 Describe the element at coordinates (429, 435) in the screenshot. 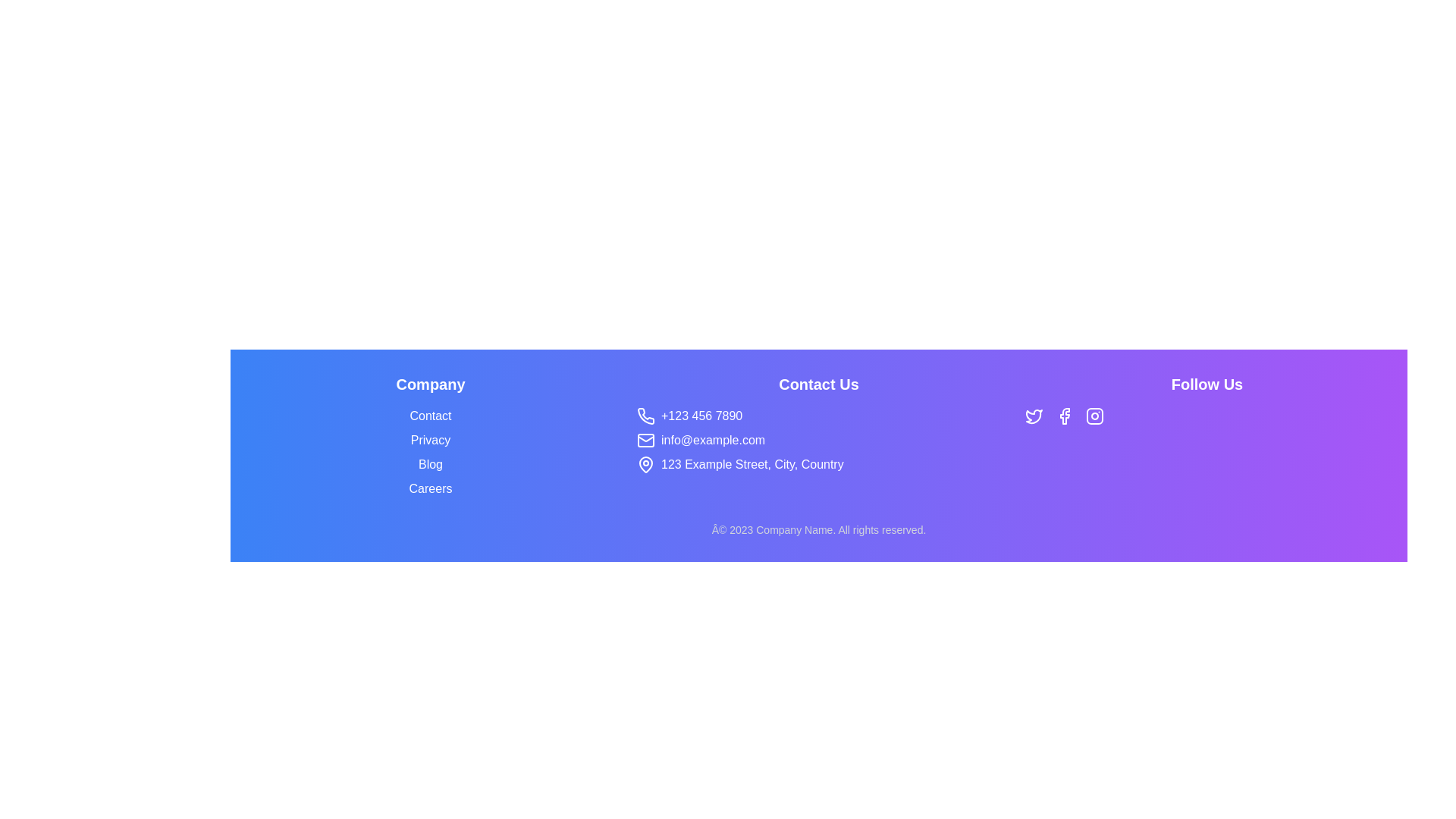

I see `the 'Privacy' hyperlink text, which is the second item in a list under the 'Company' heading, located in the leftmost column of the interface` at that location.